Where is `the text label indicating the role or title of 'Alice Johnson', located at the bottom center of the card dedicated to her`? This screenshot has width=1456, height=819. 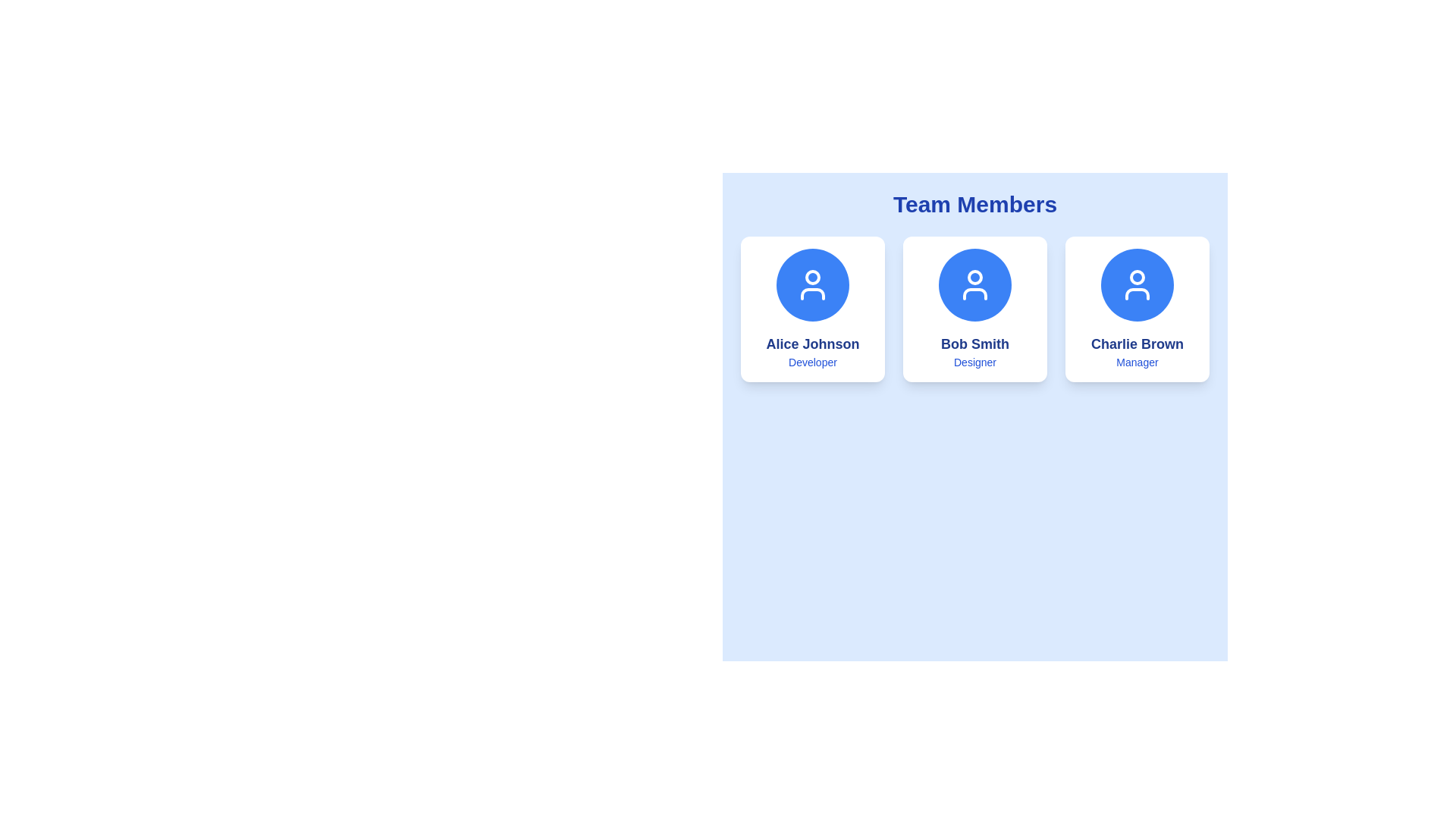
the text label indicating the role or title of 'Alice Johnson', located at the bottom center of the card dedicated to her is located at coordinates (811, 362).